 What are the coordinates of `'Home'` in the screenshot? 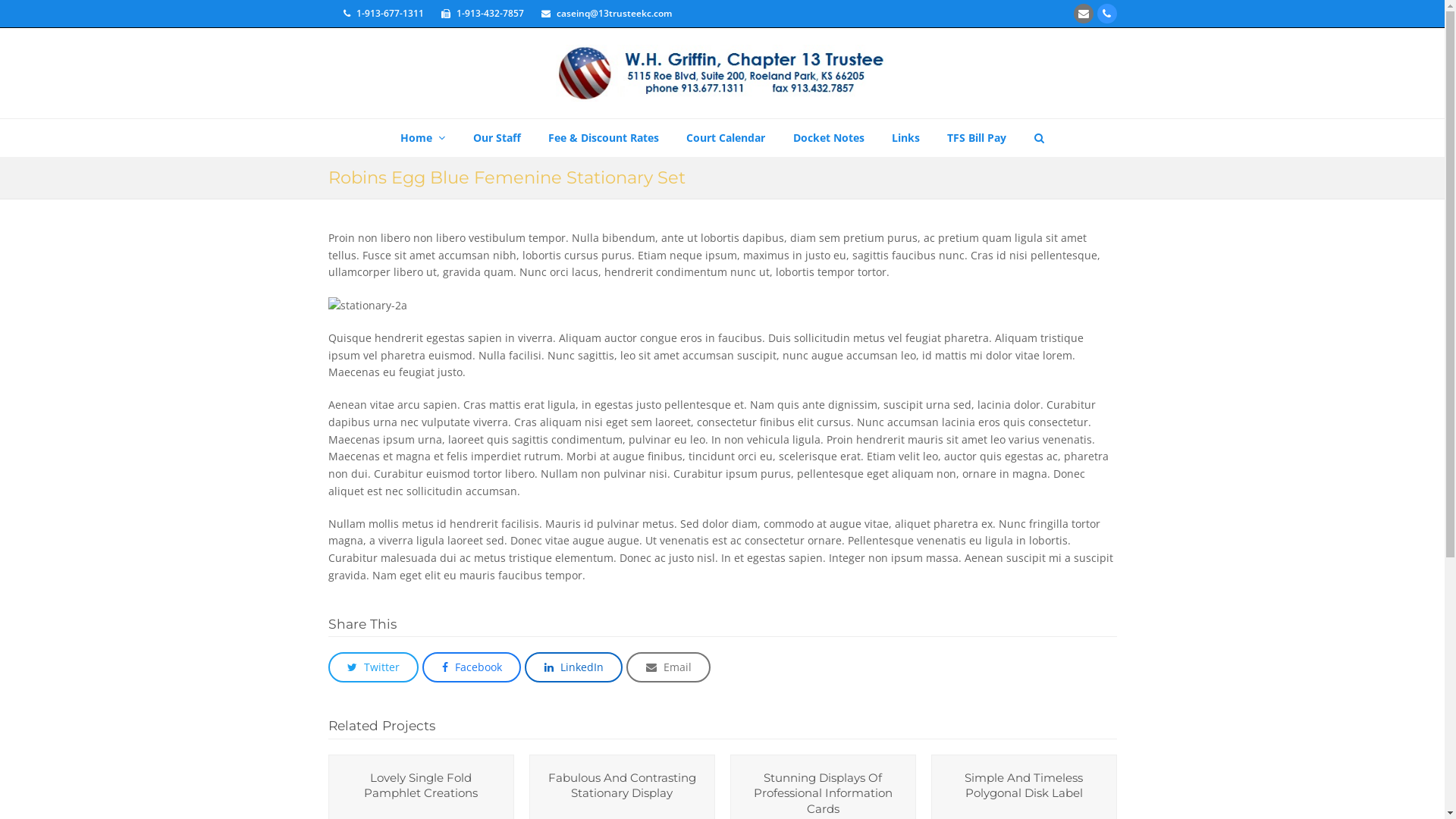 It's located at (422, 137).